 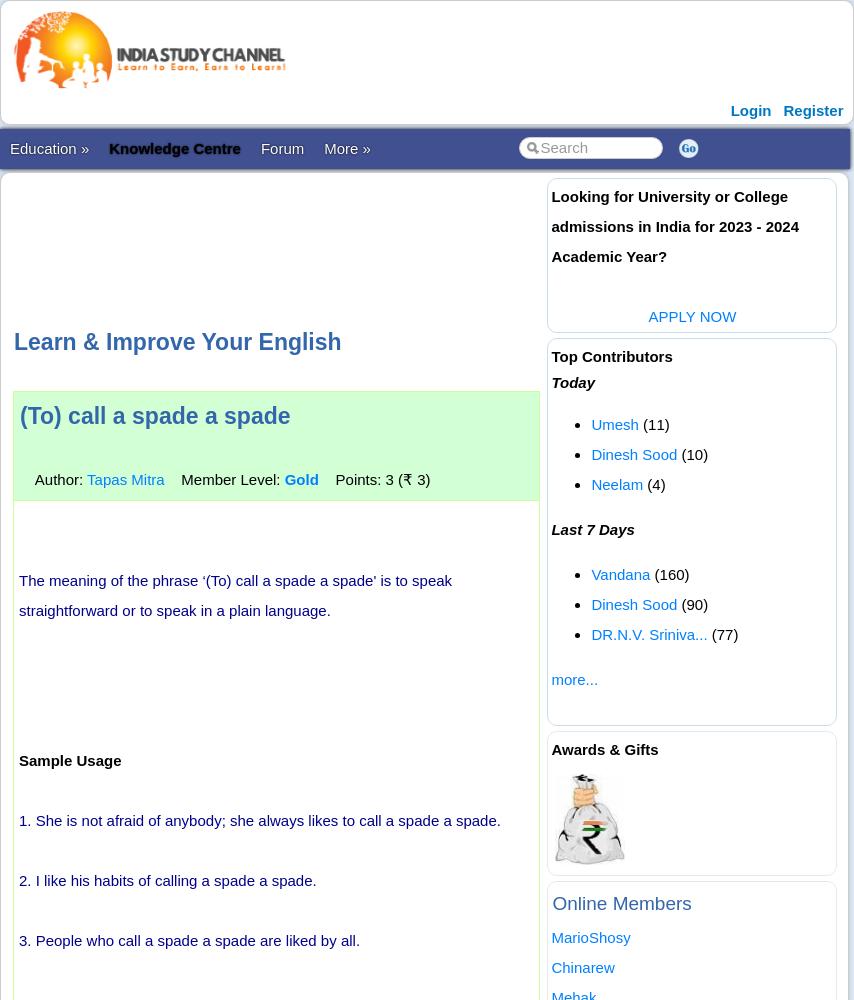 I want to click on 'Awards & Gifts', so click(x=604, y=747).